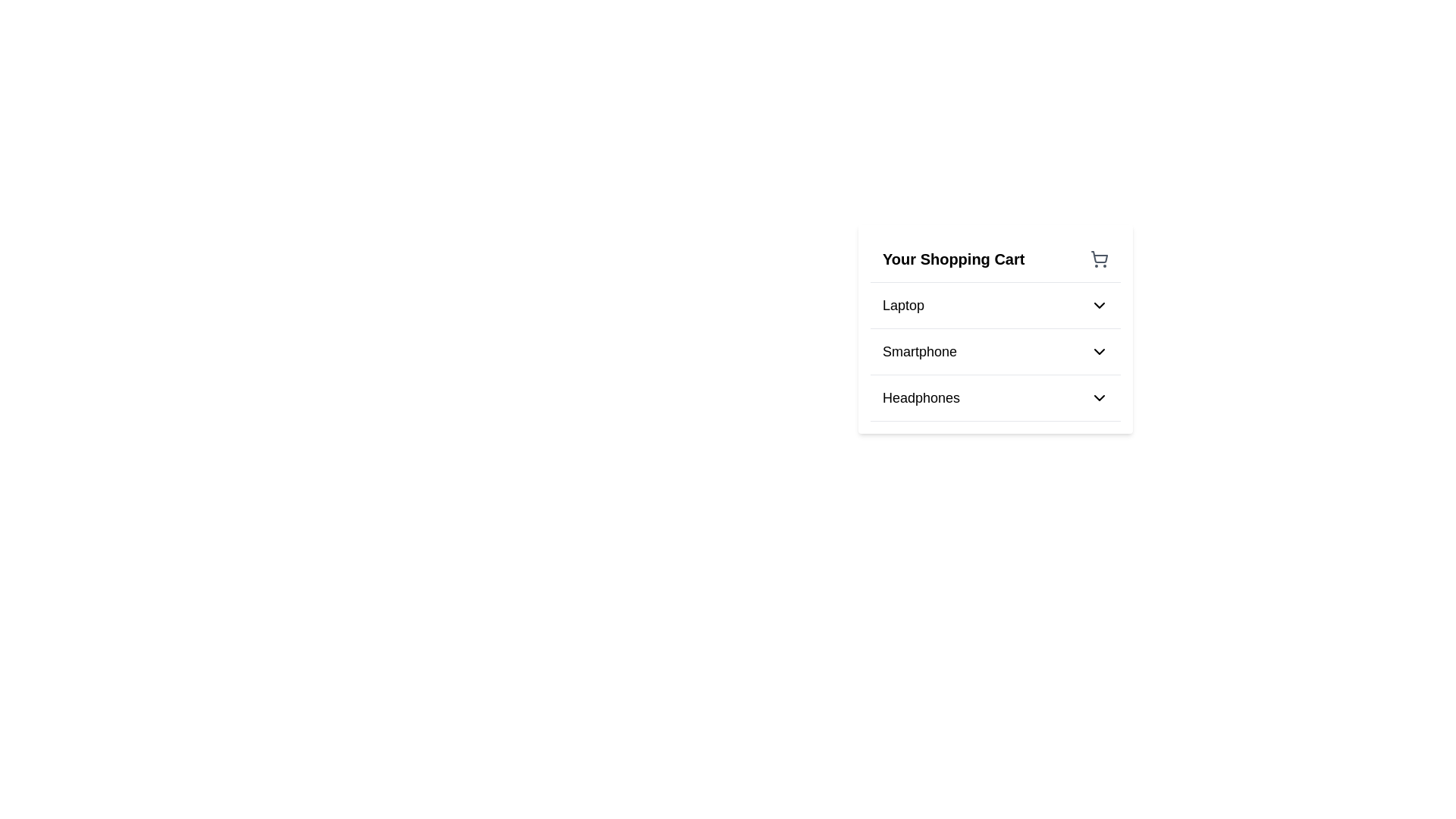 The image size is (1456, 819). I want to click on the 'Laptop' dropdown item located in the shopping cart section, directly beneath 'Your Shopping Cart' title, to access further actions, so click(996, 305).